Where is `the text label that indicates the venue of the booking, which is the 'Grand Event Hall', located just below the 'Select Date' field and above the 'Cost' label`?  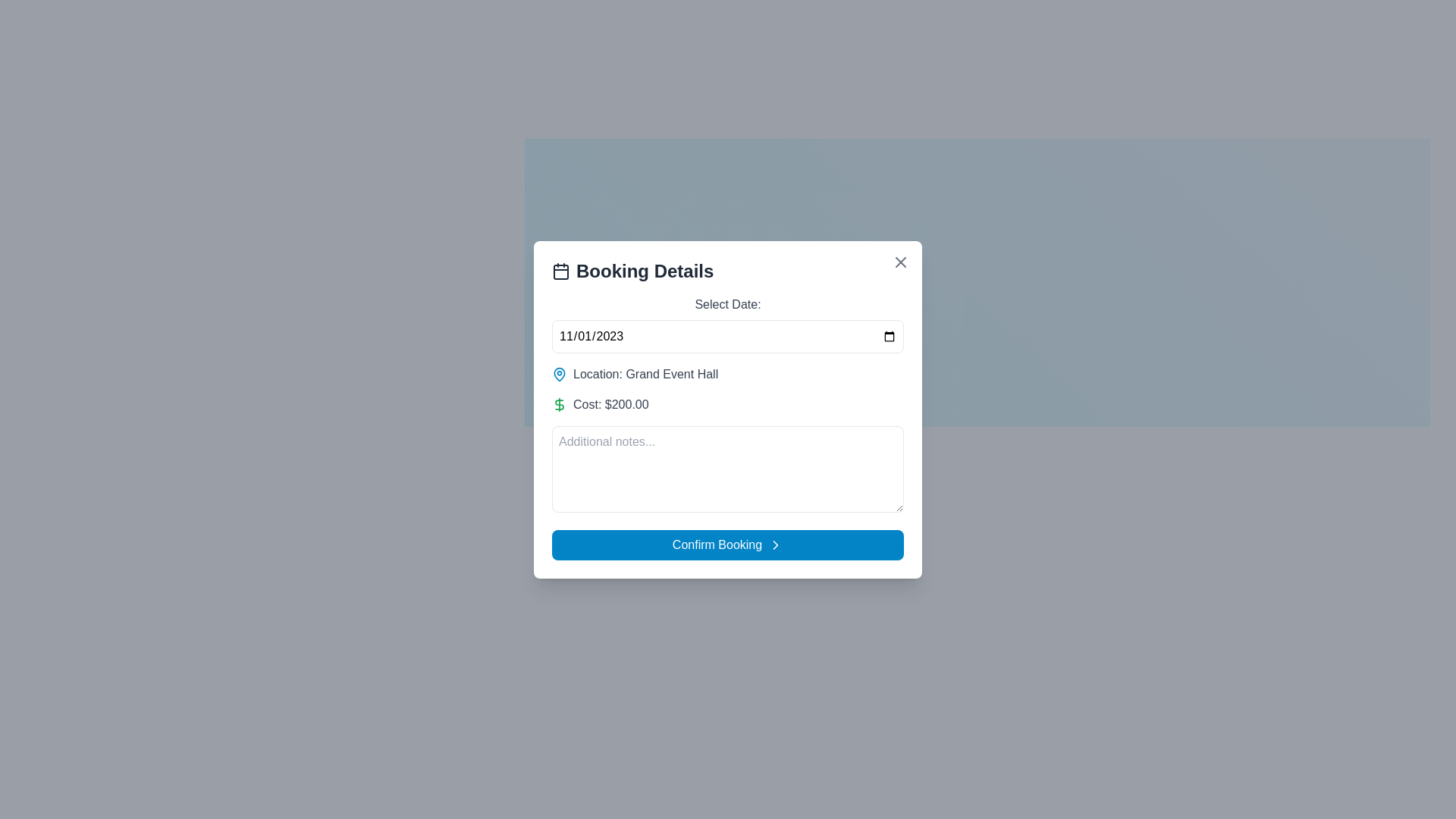
the text label that indicates the venue of the booking, which is the 'Grand Event Hall', located just below the 'Select Date' field and above the 'Cost' label is located at coordinates (645, 374).